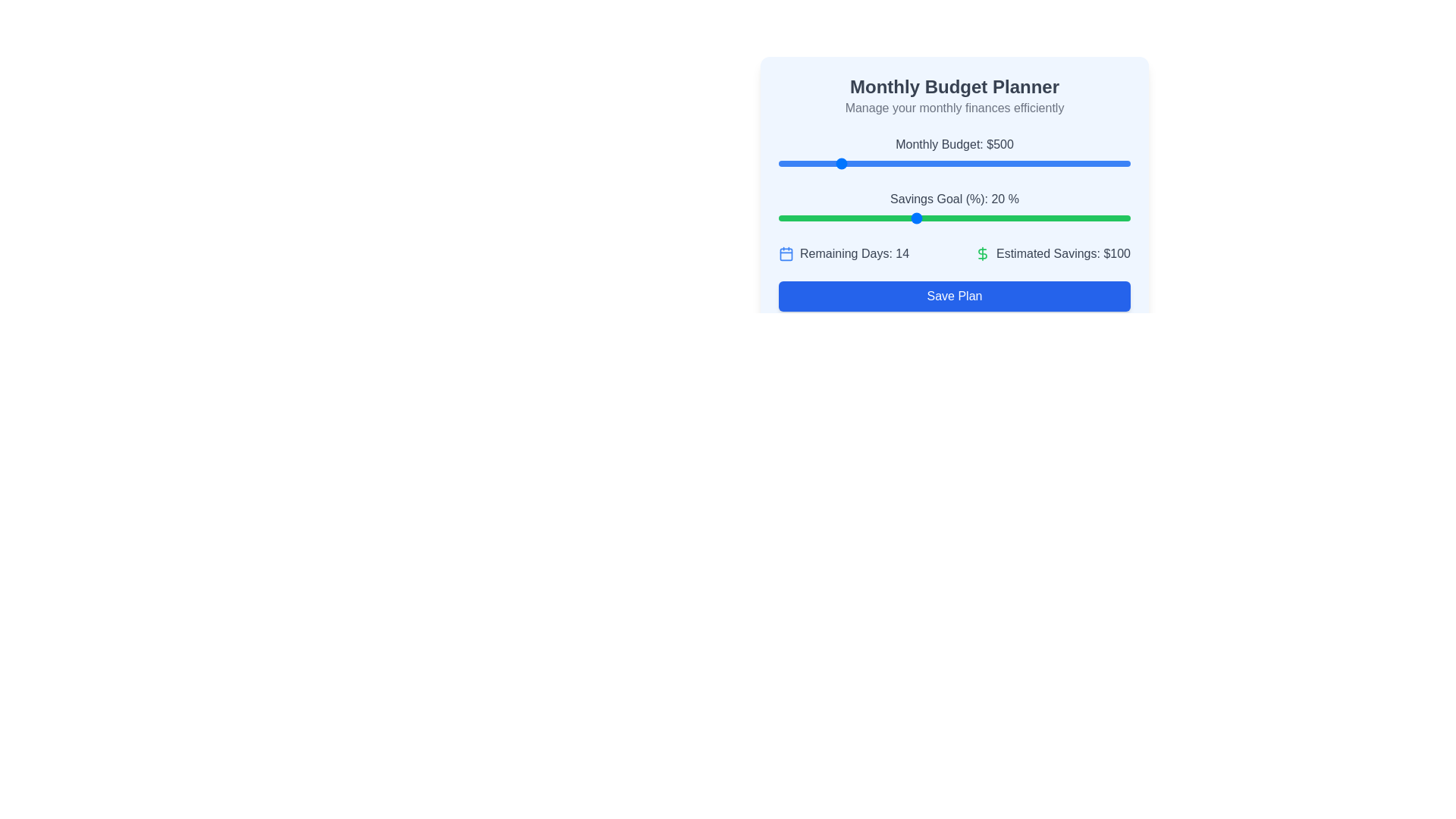 Image resolution: width=1456 pixels, height=819 pixels. What do you see at coordinates (983, 253) in the screenshot?
I see `the curved segment of the dollar sign icon in the SVG graphic to trigger a tooltip or highlight effect` at bounding box center [983, 253].